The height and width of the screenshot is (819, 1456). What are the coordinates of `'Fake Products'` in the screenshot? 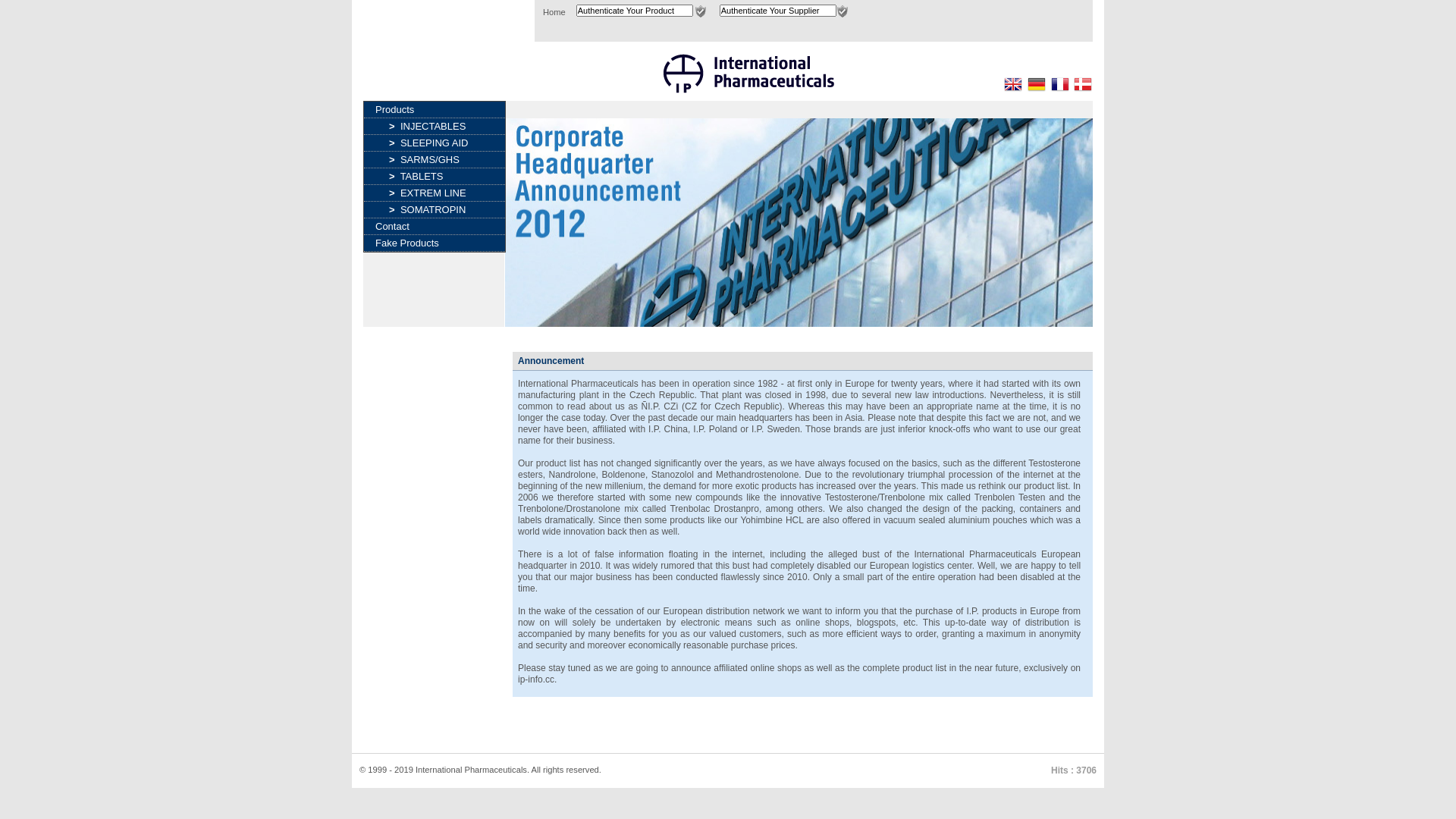 It's located at (364, 242).